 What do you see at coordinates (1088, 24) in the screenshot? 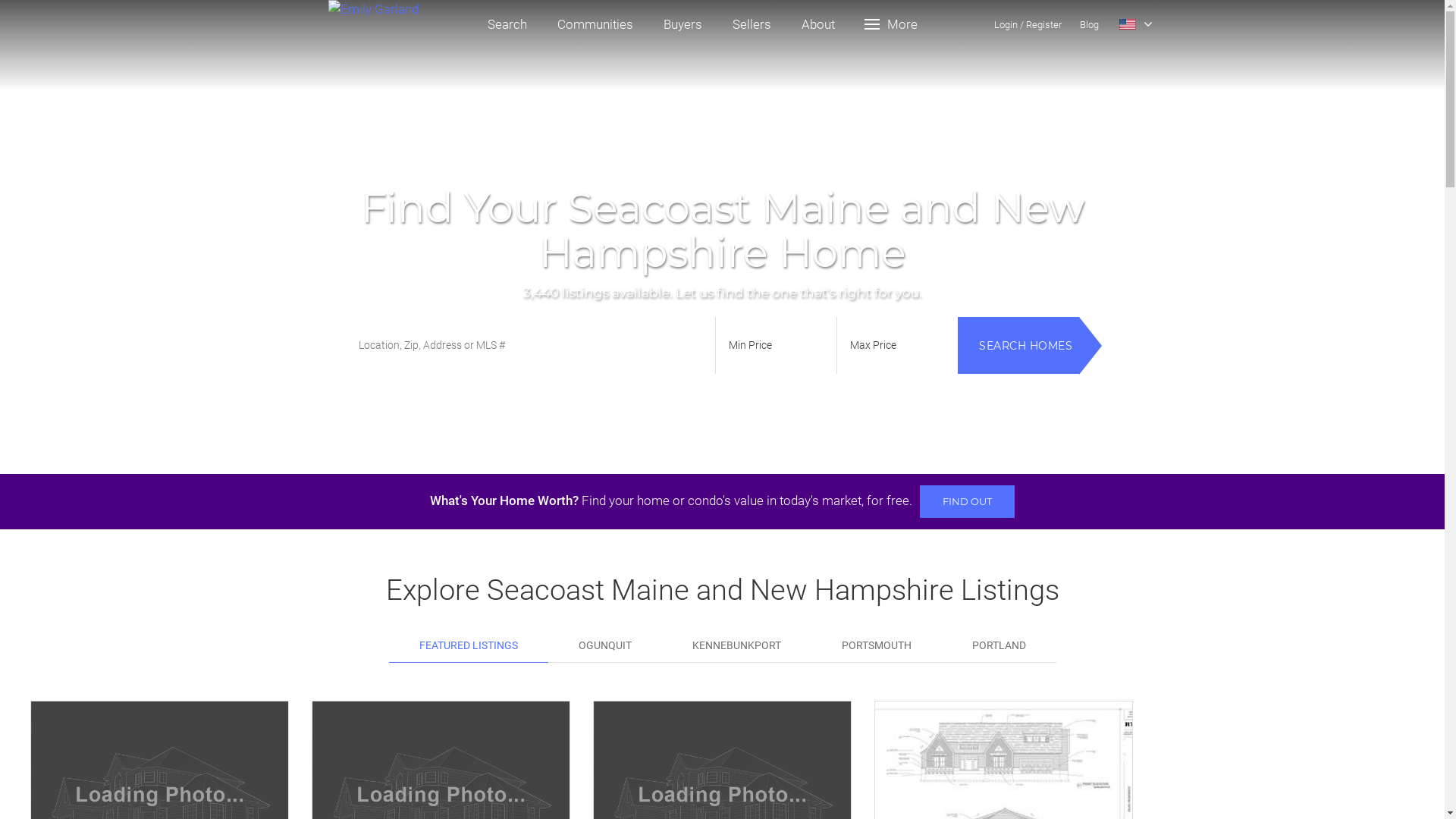
I see `'Blog'` at bounding box center [1088, 24].